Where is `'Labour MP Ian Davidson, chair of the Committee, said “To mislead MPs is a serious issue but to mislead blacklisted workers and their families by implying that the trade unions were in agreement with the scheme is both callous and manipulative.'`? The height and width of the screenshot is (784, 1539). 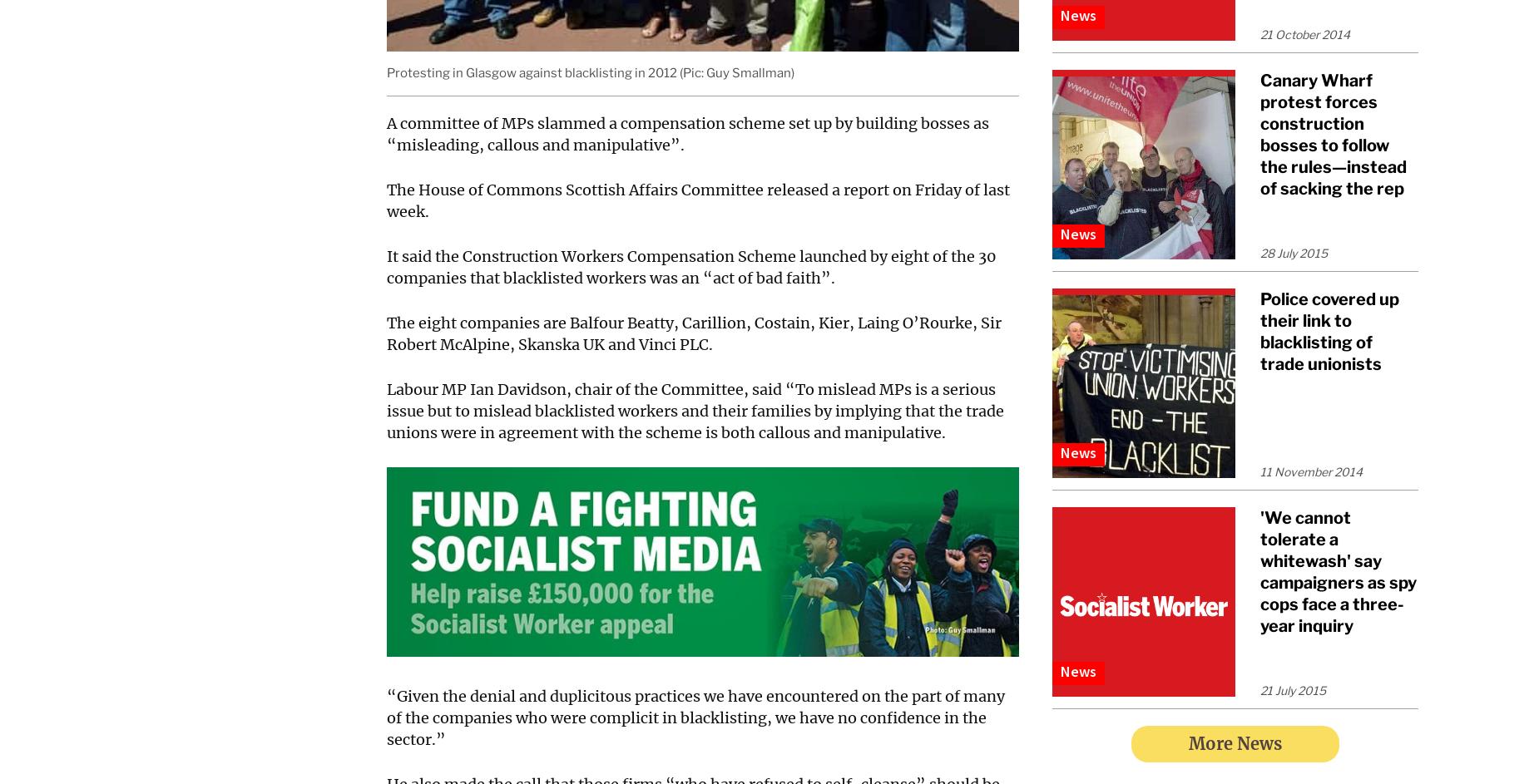
'Labour MP Ian Davidson, chair of the Committee, said “To mislead MPs is a serious issue but to mislead blacklisted workers and their families by implying that the trade unions were in agreement with the scheme is both callous and manipulative.' is located at coordinates (695, 410).